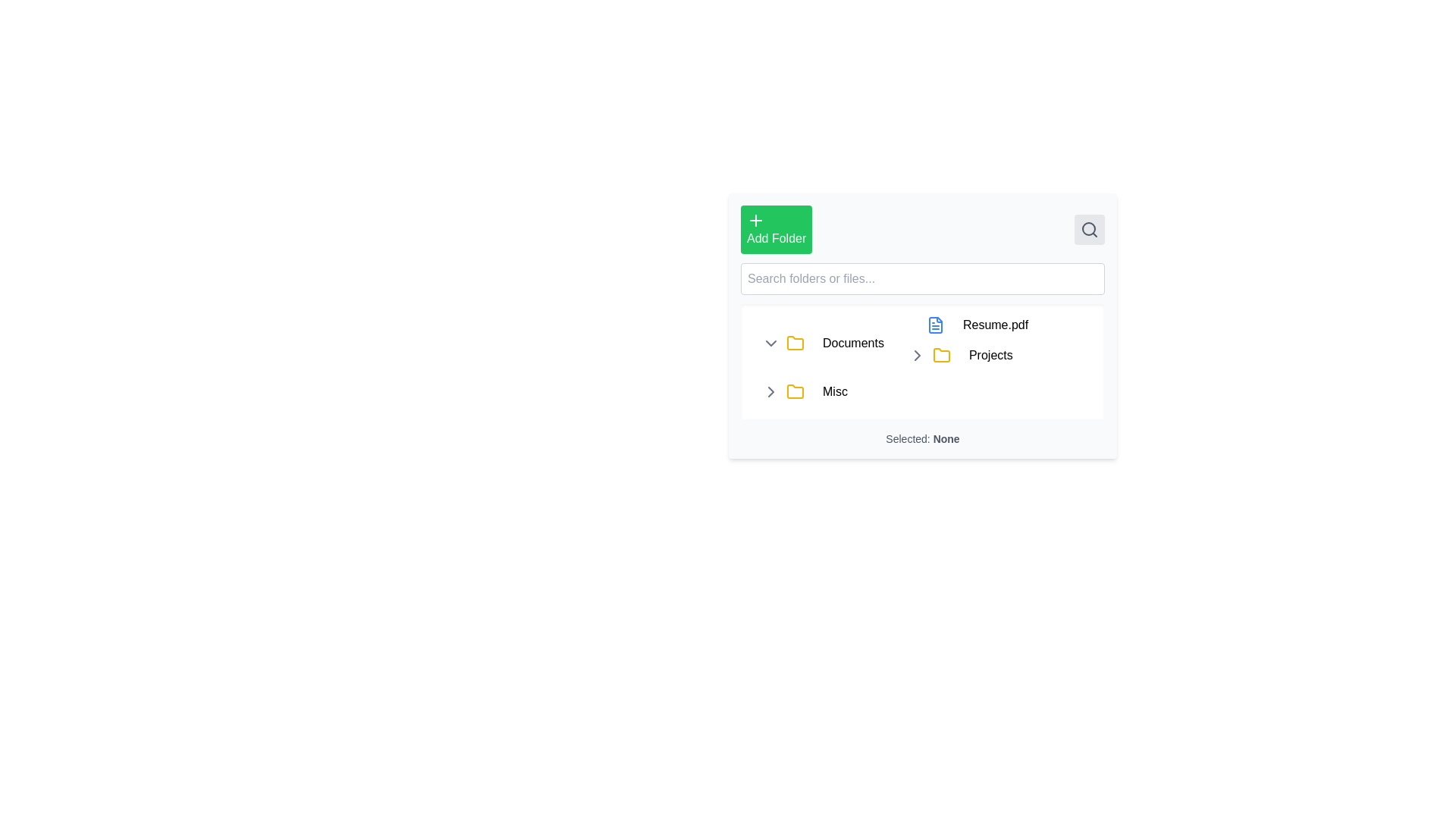  Describe the element at coordinates (795, 343) in the screenshot. I see `the 'Documents' folder icon` at that location.